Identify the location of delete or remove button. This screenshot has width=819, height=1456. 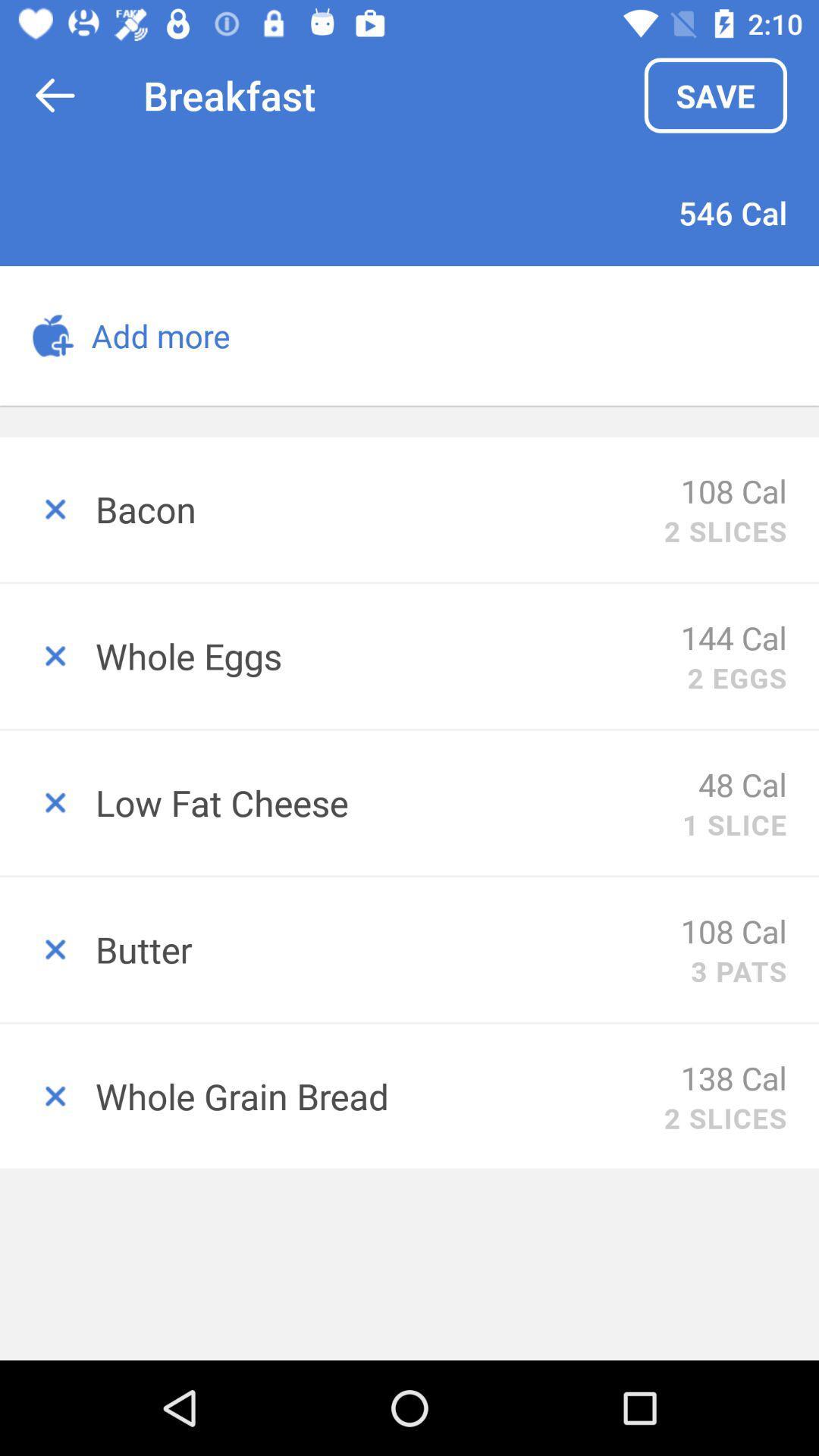
(46, 656).